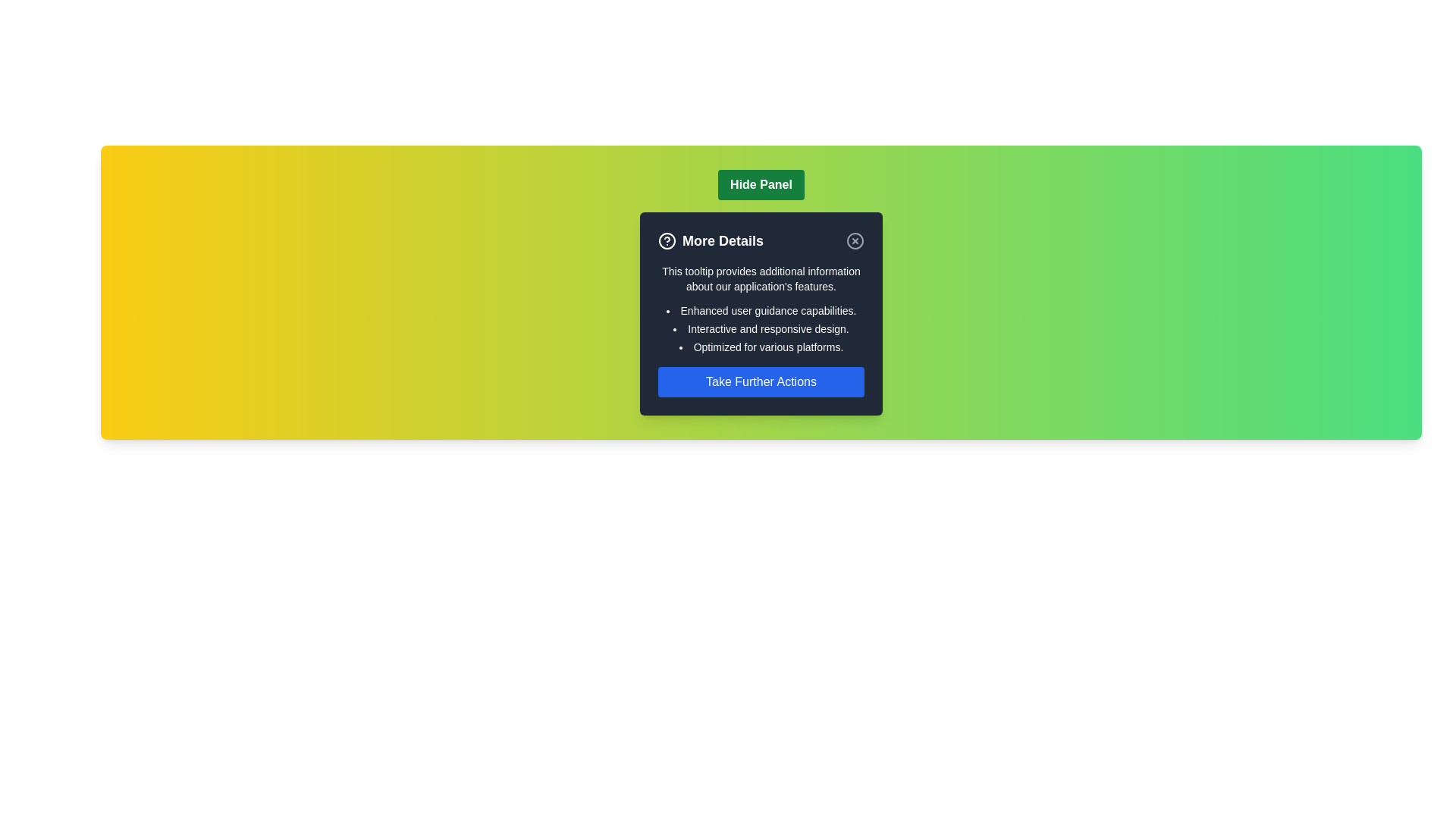  Describe the element at coordinates (761, 328) in the screenshot. I see `information from the bullet points in the list located below the 'More Details' header and above the 'Take Further Actions' button` at that location.